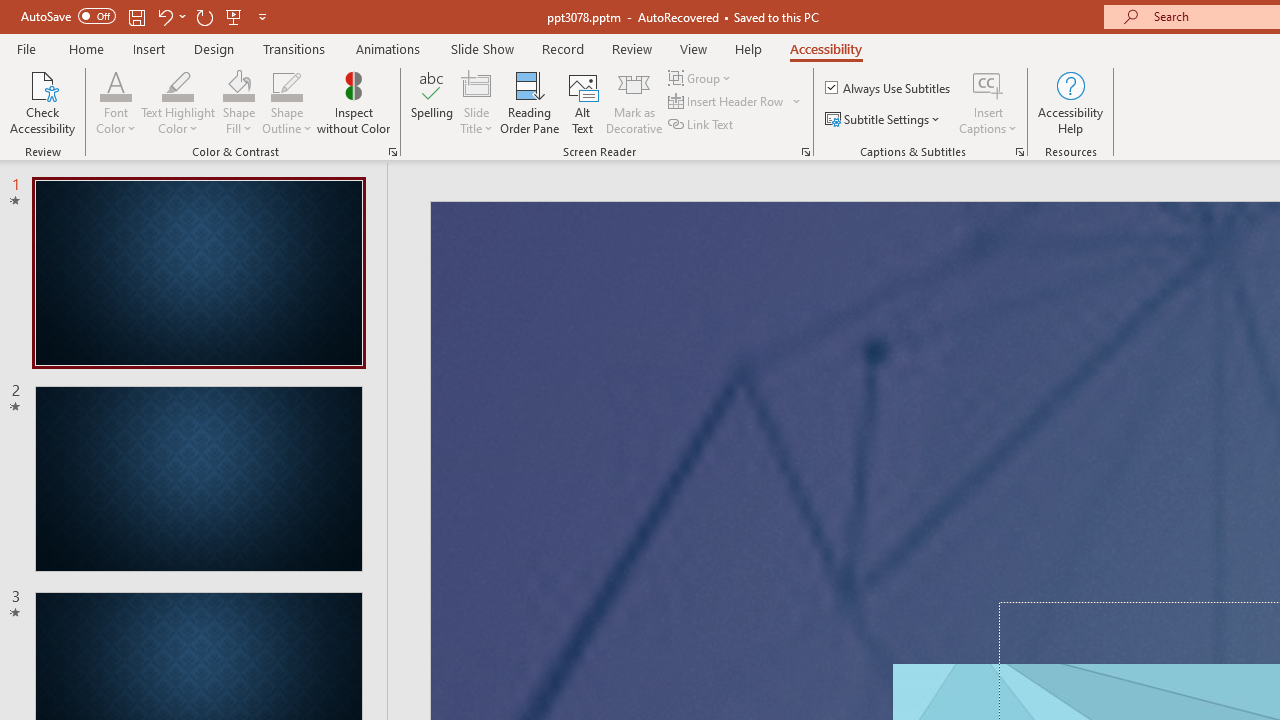 The image size is (1280, 720). Describe the element at coordinates (805, 150) in the screenshot. I see `'Screen Reader'` at that location.